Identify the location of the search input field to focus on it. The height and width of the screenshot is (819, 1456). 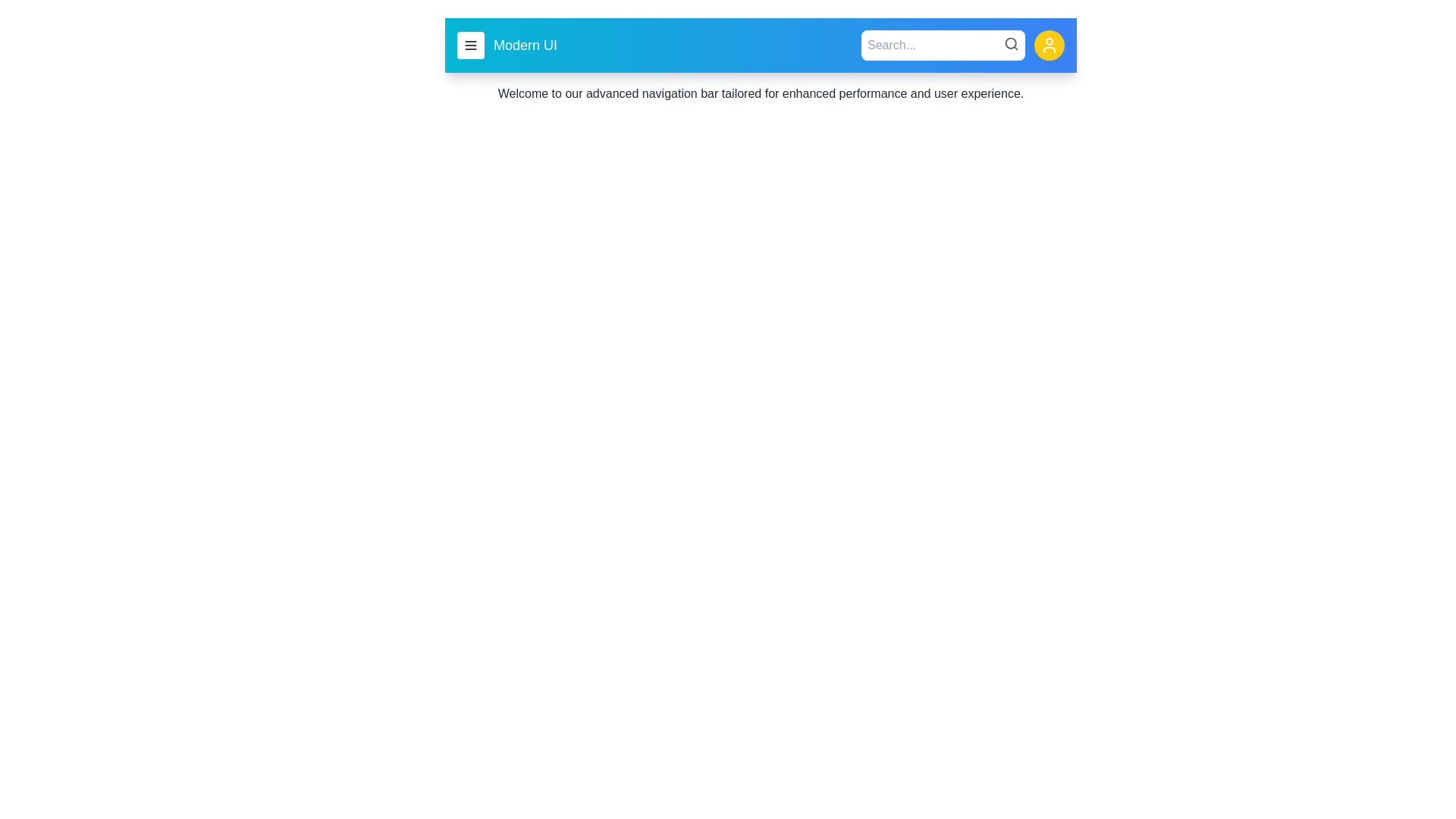
(942, 45).